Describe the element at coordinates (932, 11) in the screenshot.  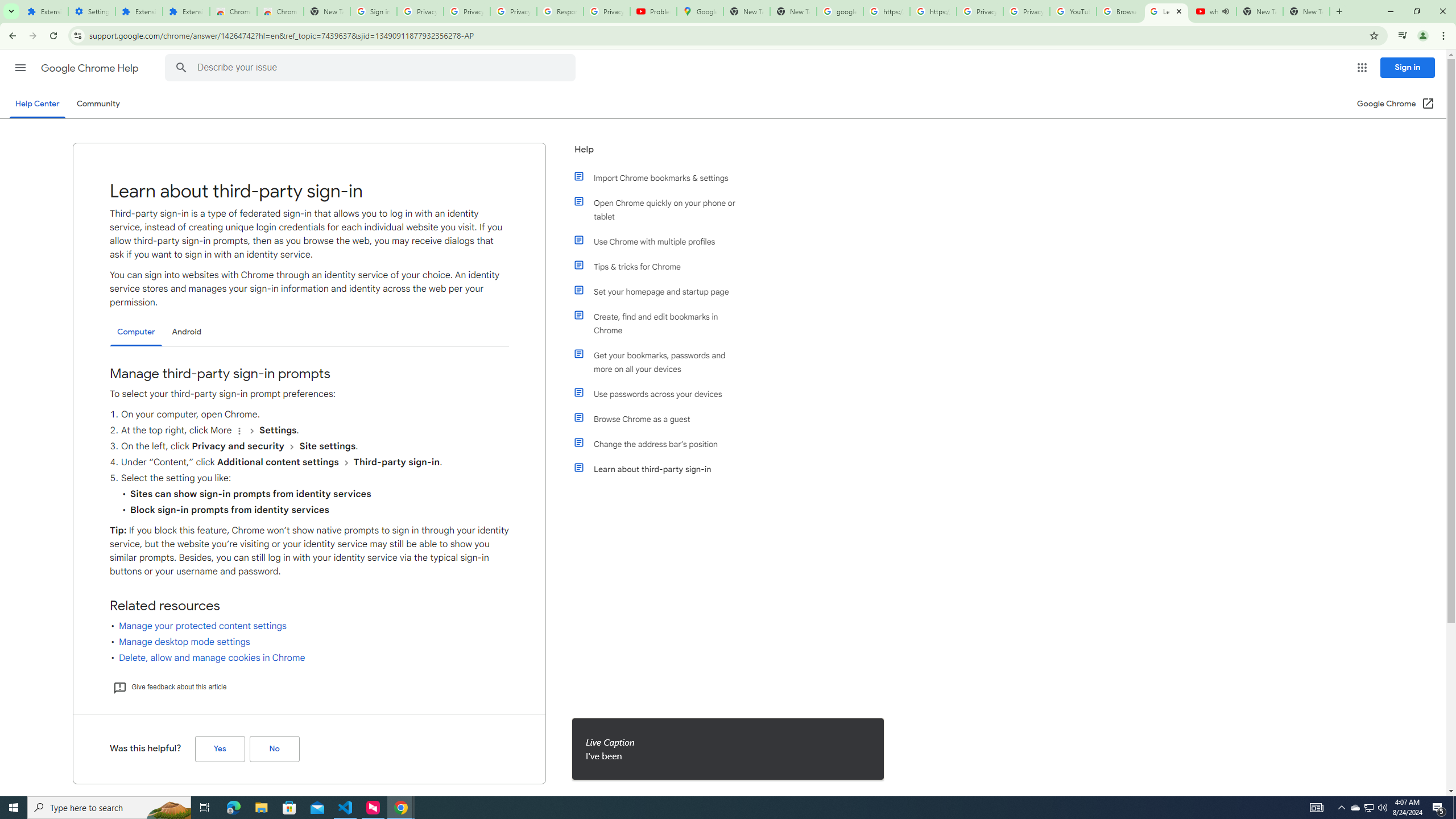
I see `'https://scholar.google.com/'` at that location.